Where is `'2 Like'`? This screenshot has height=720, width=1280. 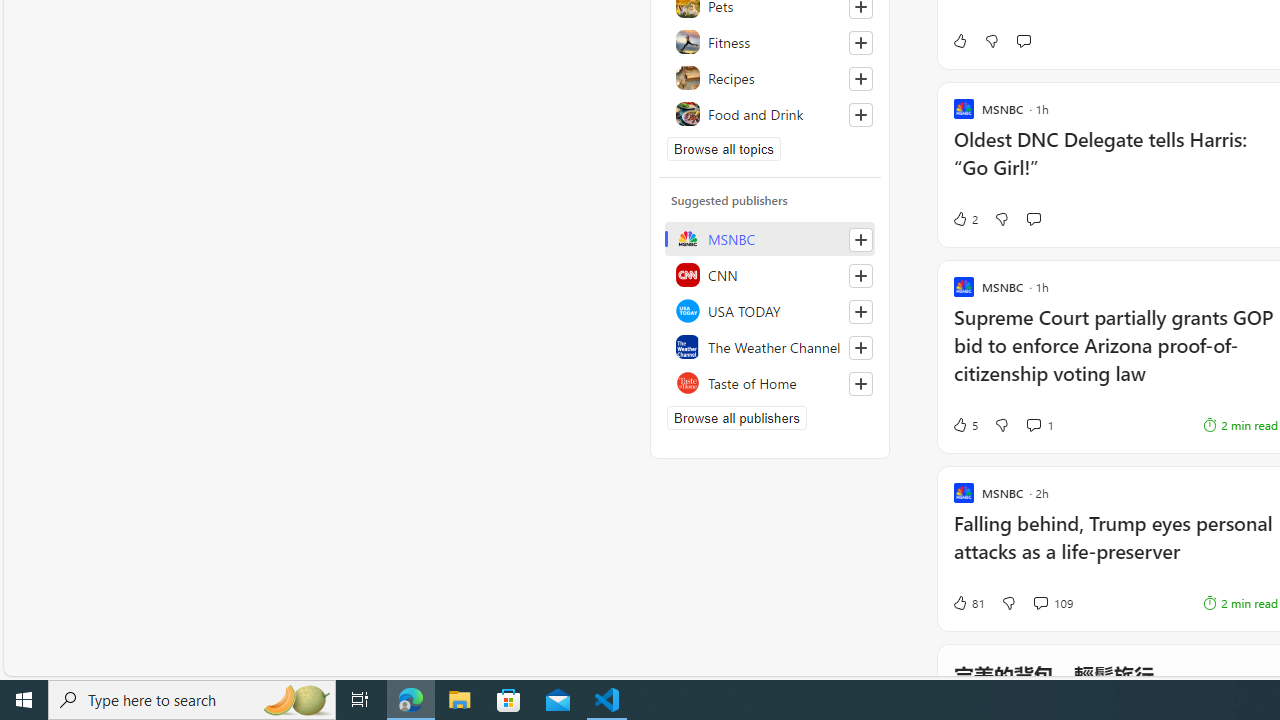
'2 Like' is located at coordinates (964, 219).